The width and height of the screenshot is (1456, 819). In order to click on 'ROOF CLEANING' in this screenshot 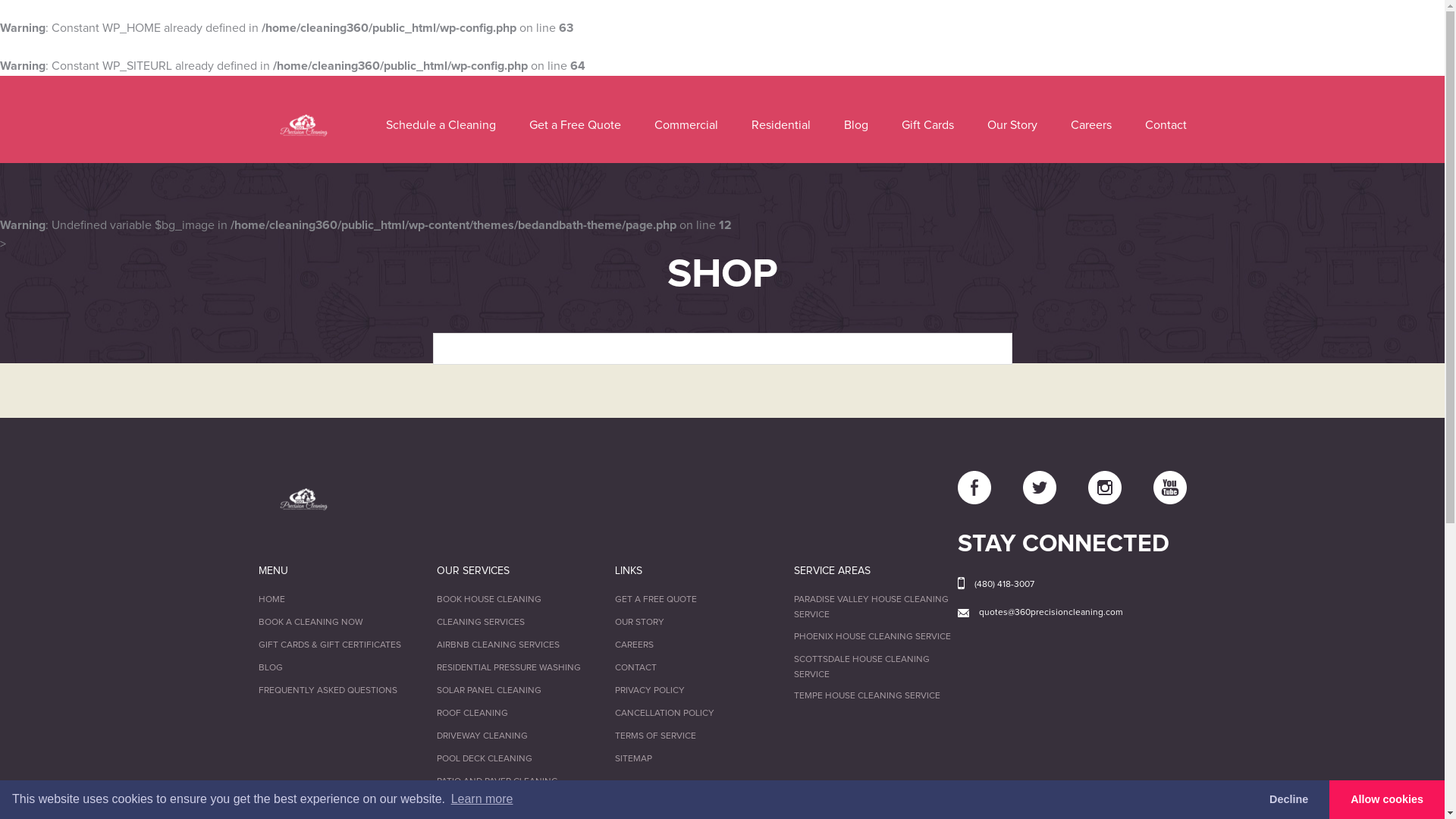, I will do `click(472, 714)`.